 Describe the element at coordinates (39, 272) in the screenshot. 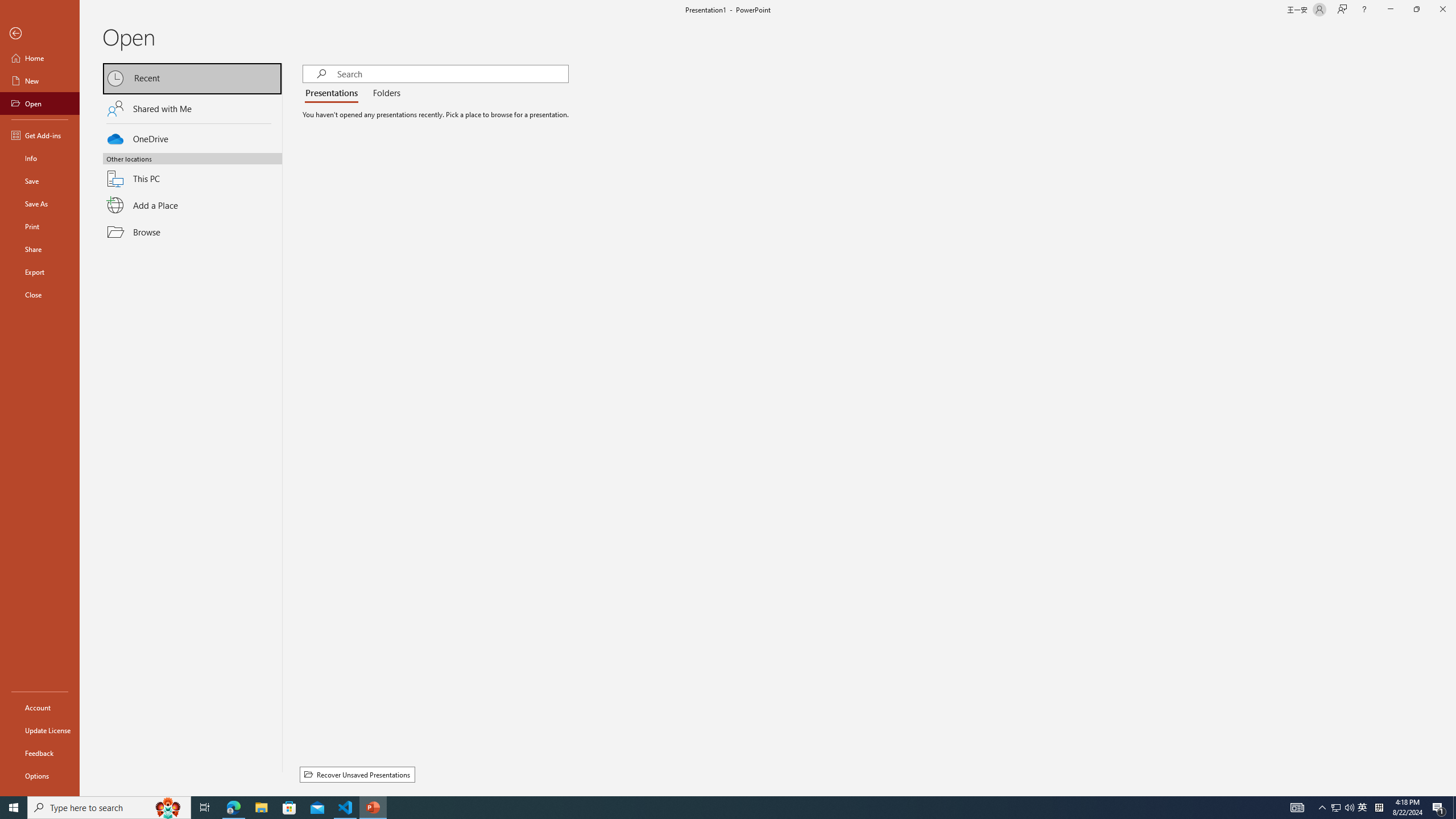

I see `'Export'` at that location.